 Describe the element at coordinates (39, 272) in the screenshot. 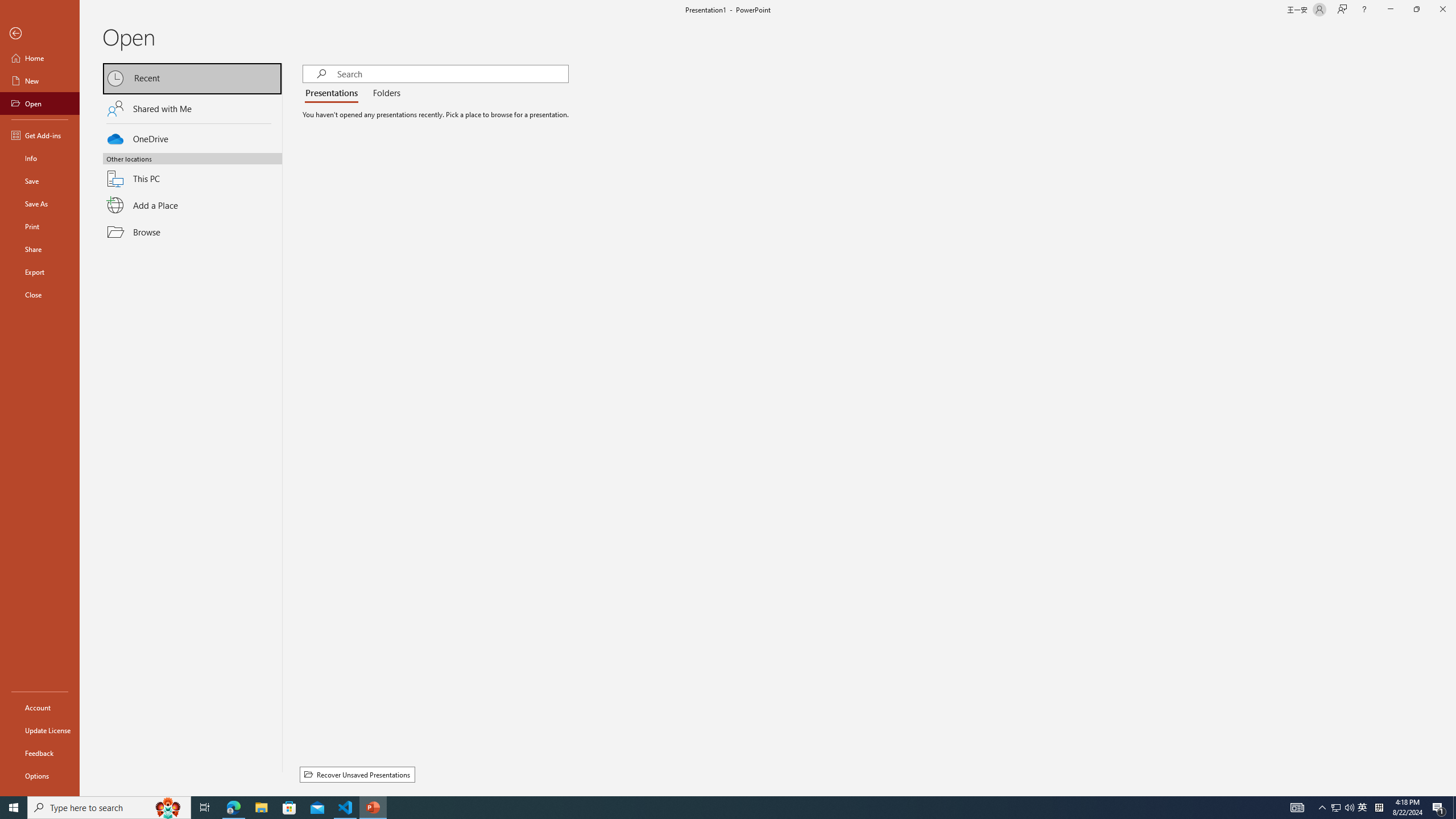

I see `'Export'` at that location.